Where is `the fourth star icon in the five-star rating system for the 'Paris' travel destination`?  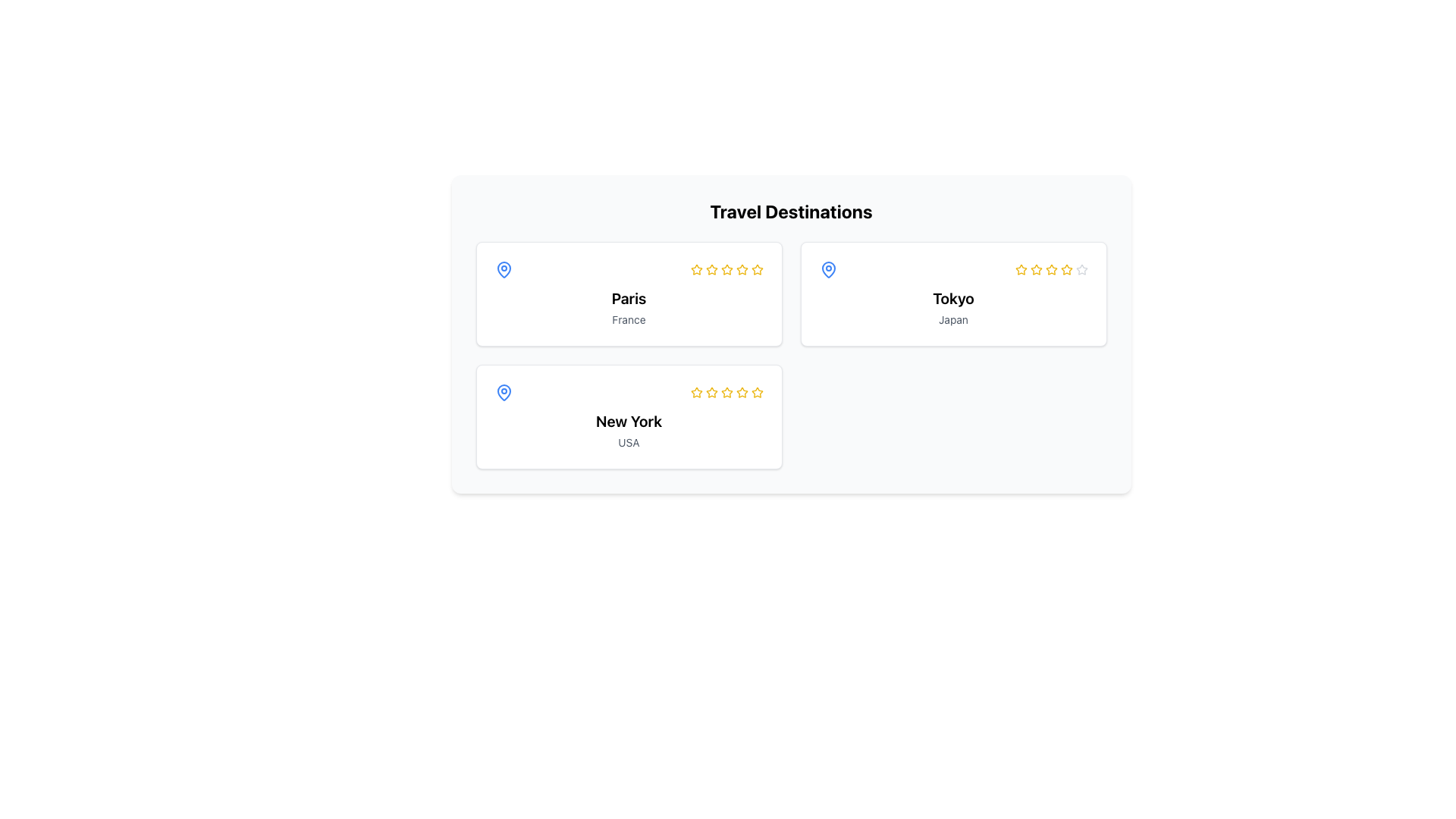 the fourth star icon in the five-star rating system for the 'Paris' travel destination is located at coordinates (726, 268).